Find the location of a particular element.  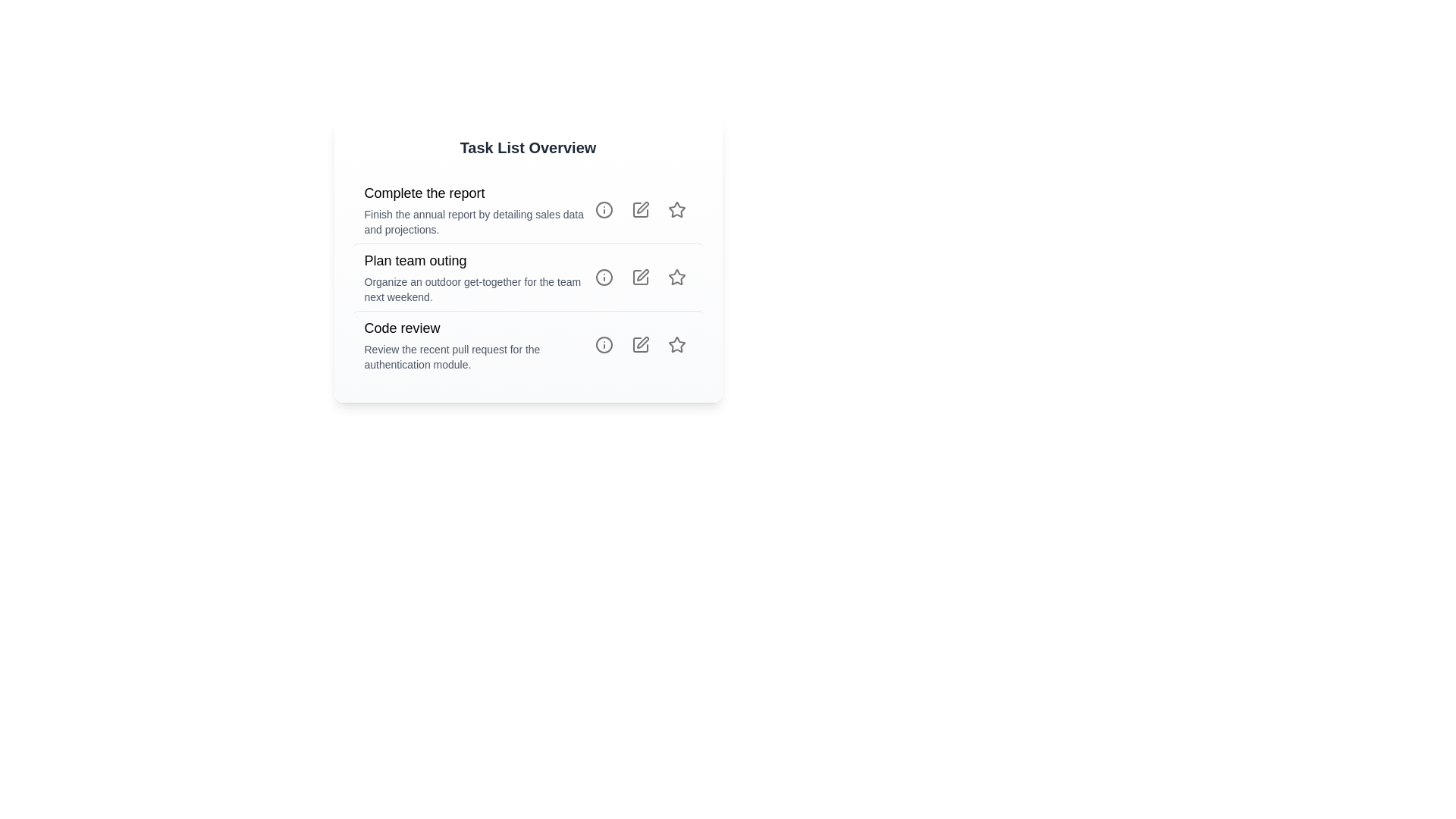

the star icon at the far right of the 'Complete the report' task entry is located at coordinates (676, 209).